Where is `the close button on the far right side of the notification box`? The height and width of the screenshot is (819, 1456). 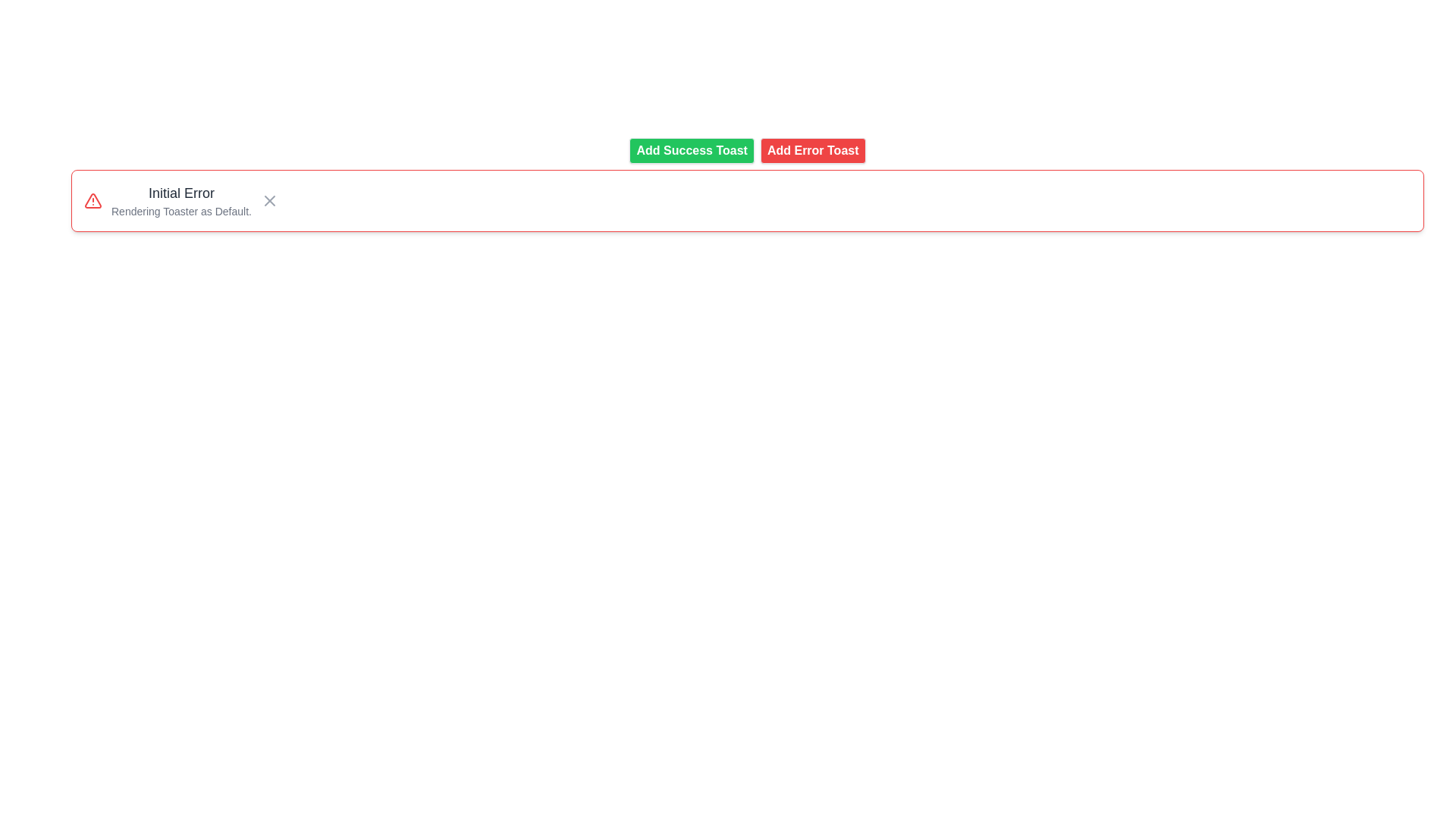 the close button on the far right side of the notification box is located at coordinates (269, 200).